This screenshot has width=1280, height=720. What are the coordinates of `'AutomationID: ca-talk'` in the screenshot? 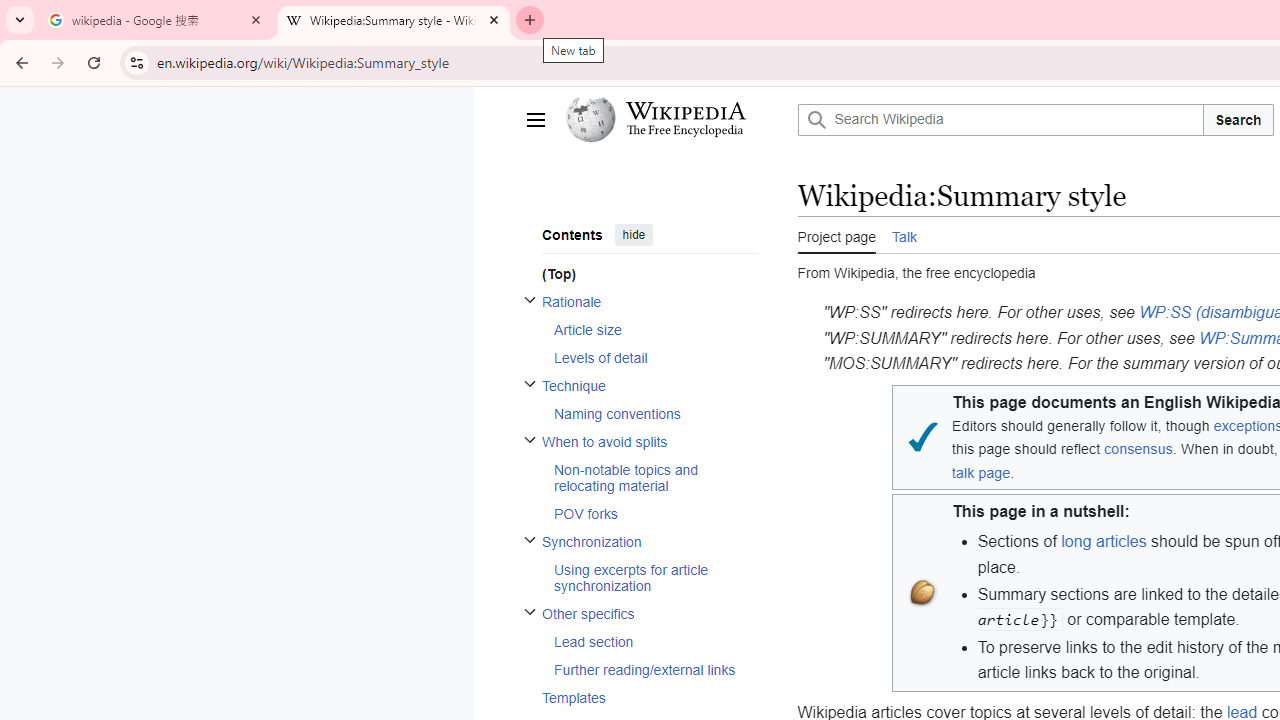 It's located at (903, 233).